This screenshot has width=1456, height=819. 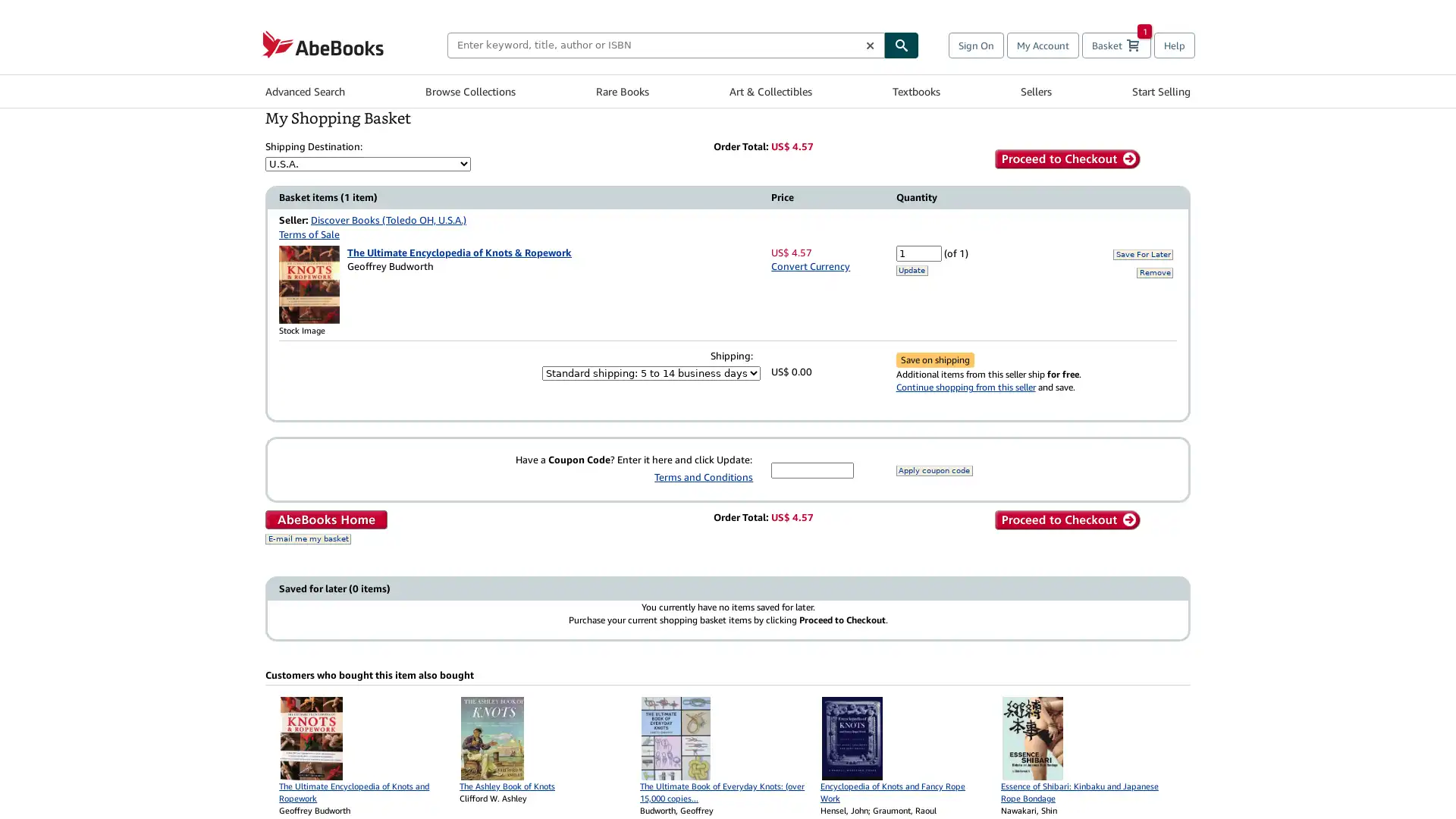 I want to click on Apply coupon code, so click(x=933, y=469).